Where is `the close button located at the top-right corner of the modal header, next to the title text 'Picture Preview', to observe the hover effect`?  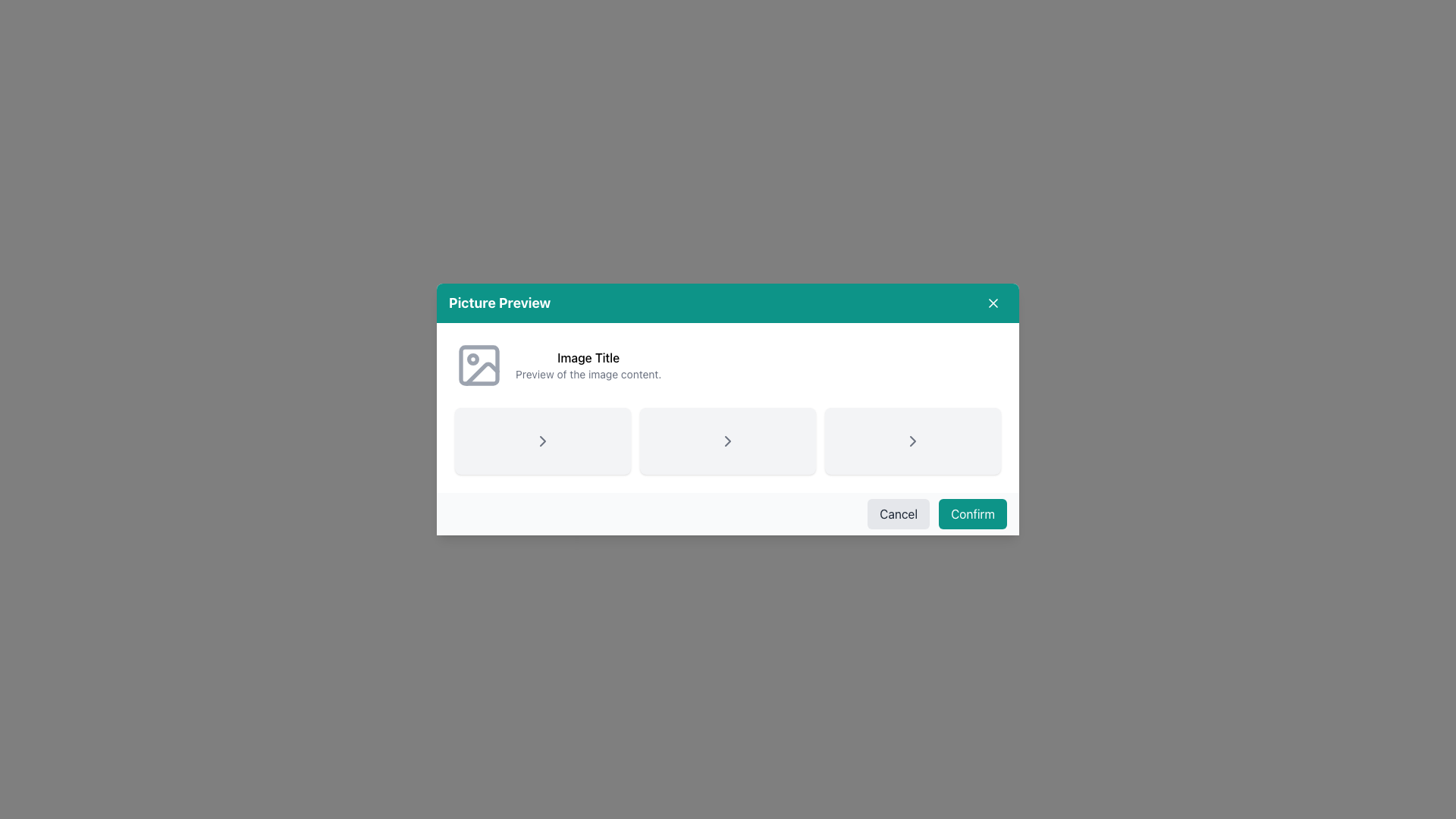 the close button located at the top-right corner of the modal header, next to the title text 'Picture Preview', to observe the hover effect is located at coordinates (993, 303).